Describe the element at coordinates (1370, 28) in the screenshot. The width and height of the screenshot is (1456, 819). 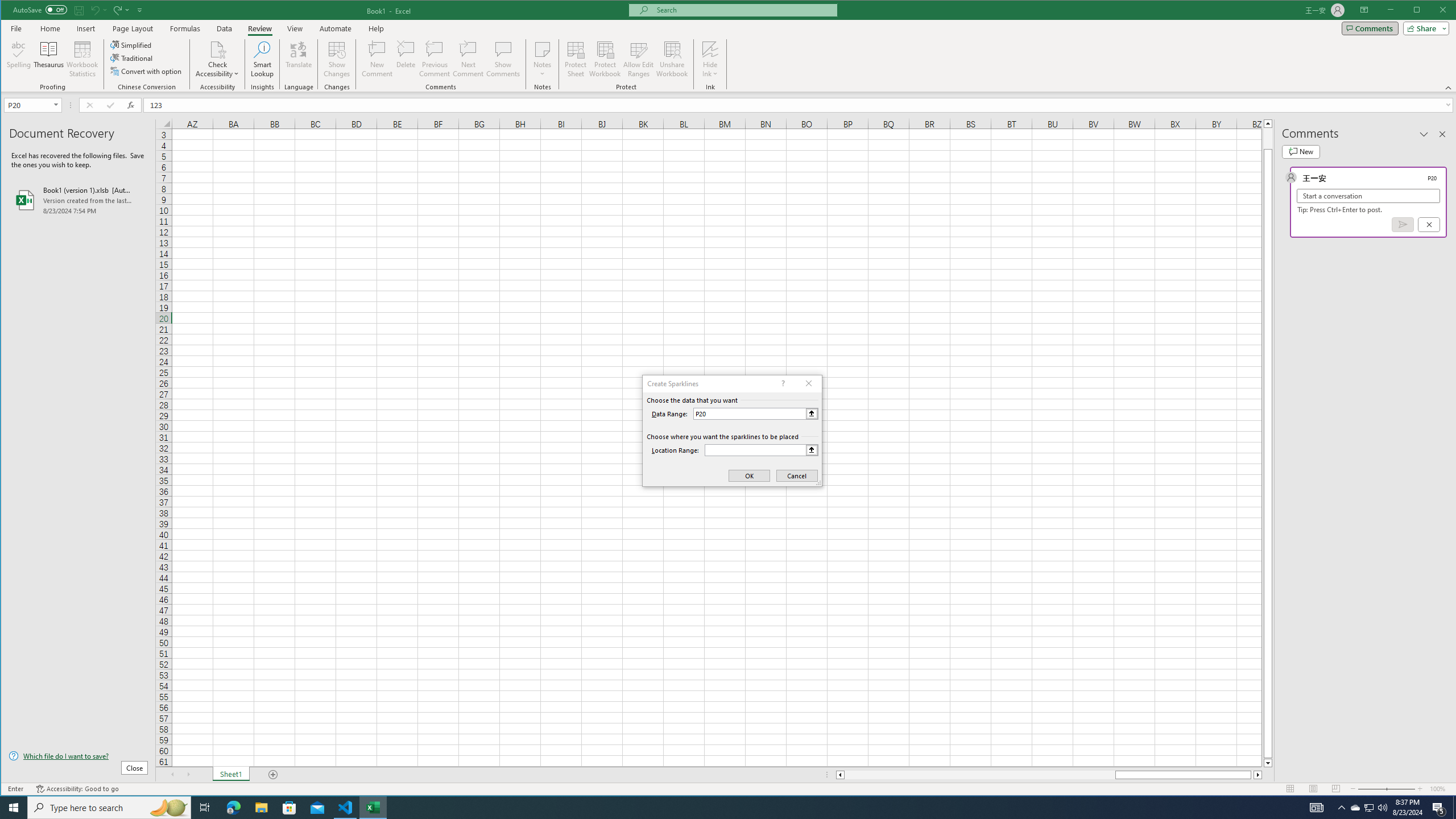
I see `'Comments'` at that location.